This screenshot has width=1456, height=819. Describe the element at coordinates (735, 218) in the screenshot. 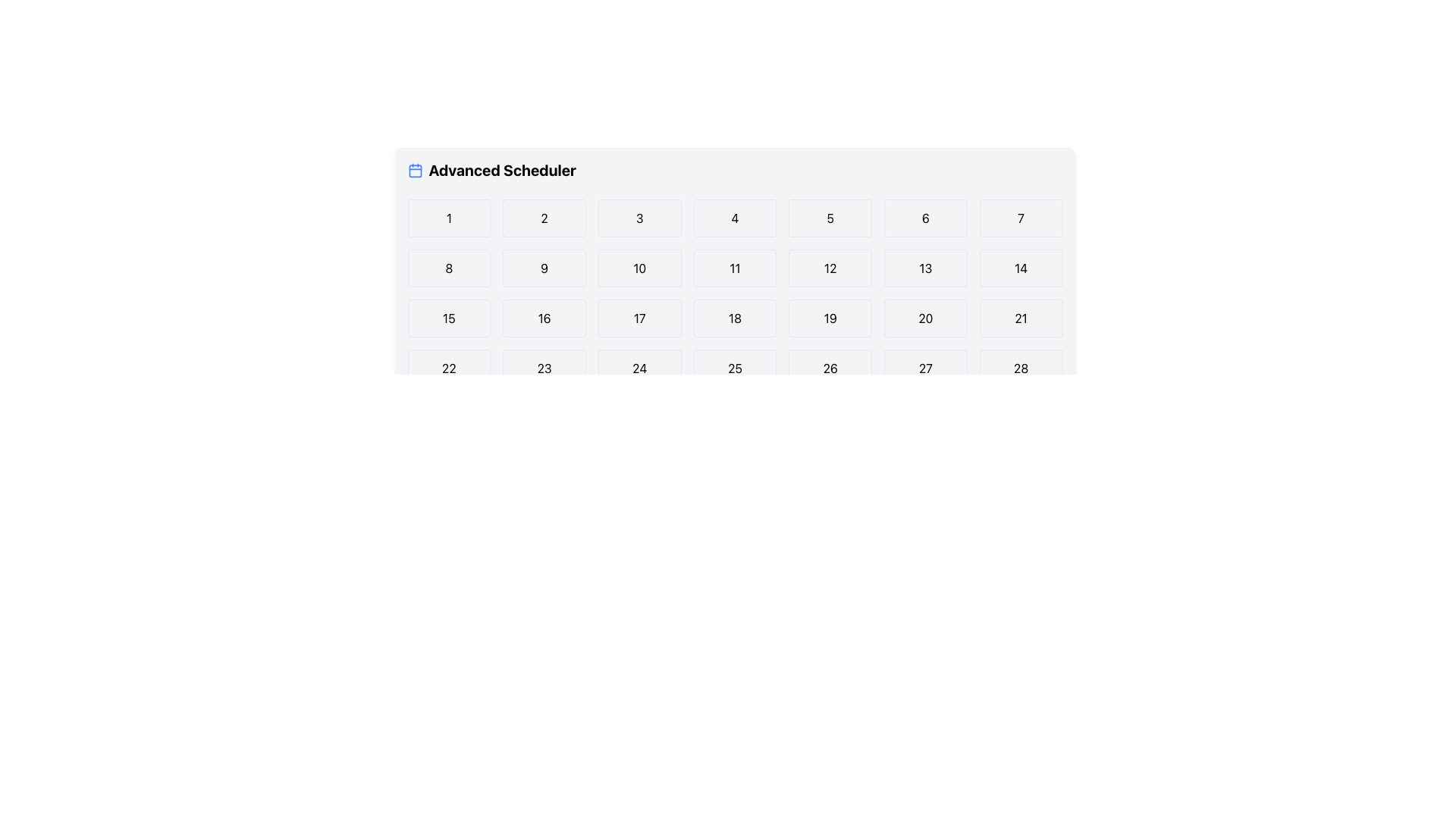

I see `the button displaying the number '4', which is located in the first row and fourth column of the grid layout` at that location.